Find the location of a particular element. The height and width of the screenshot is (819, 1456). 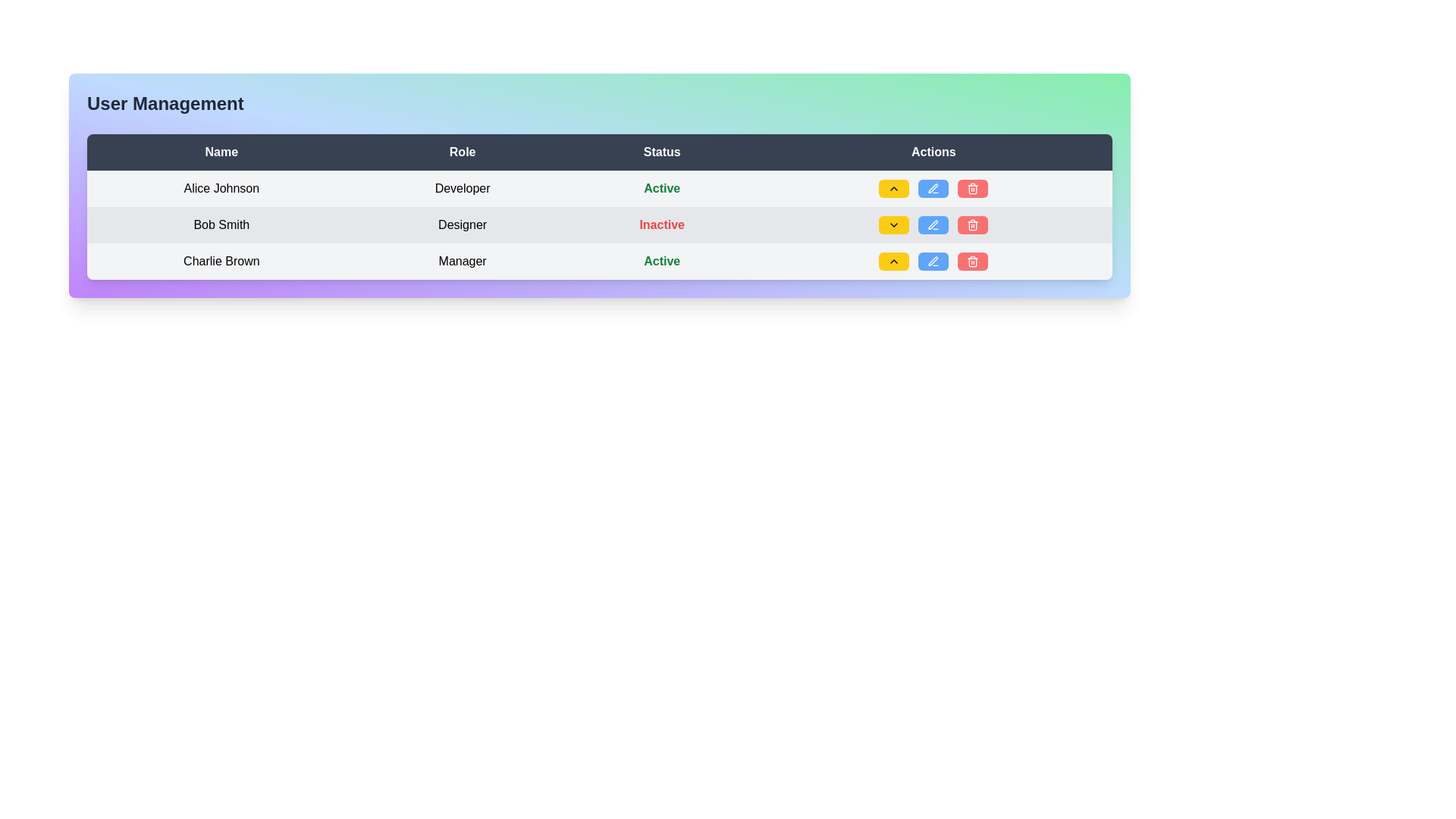

the delete icon button located in the 'Actions' column of the second table row is located at coordinates (973, 188).